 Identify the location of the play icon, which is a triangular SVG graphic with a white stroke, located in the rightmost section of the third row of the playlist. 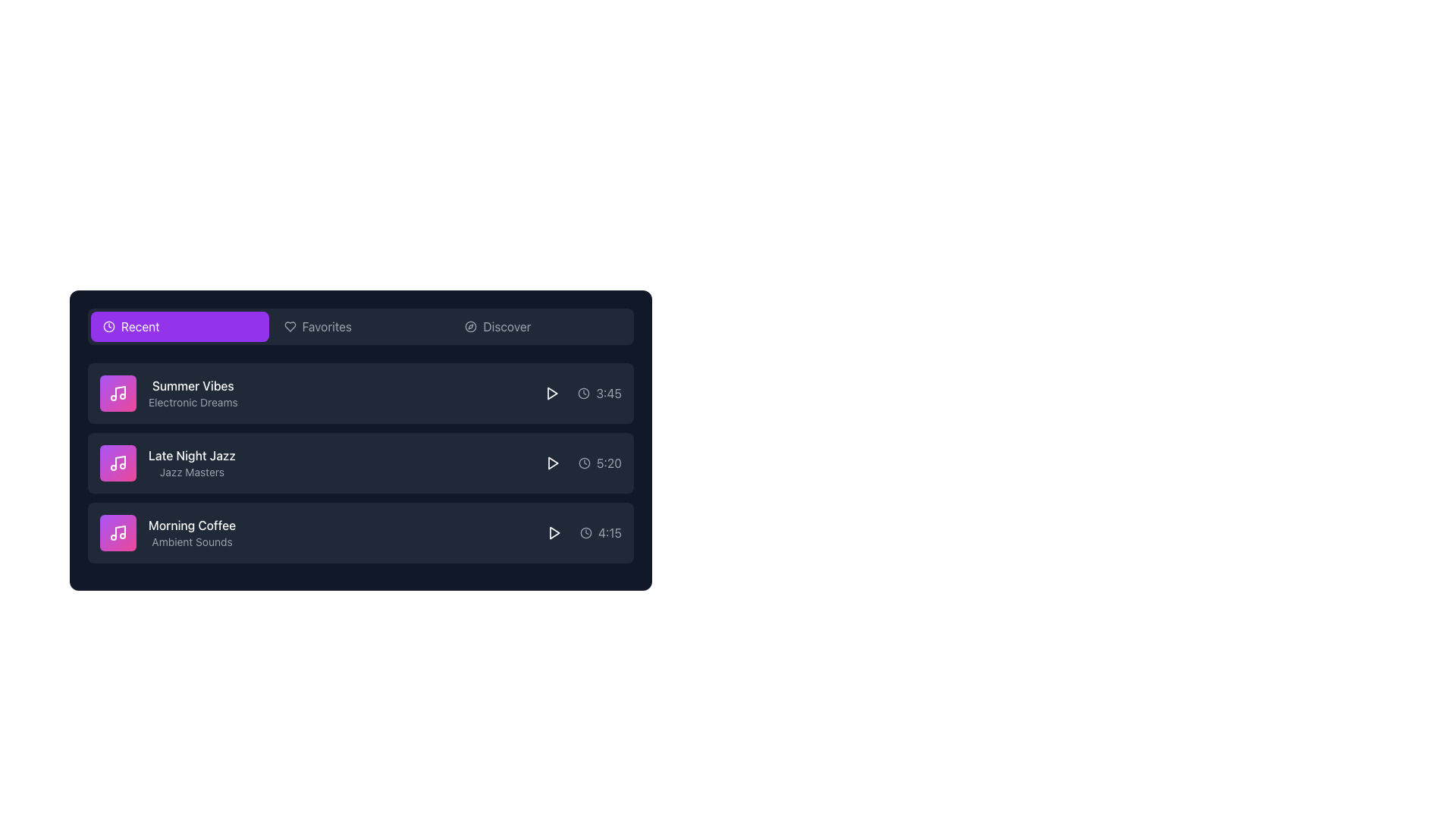
(553, 532).